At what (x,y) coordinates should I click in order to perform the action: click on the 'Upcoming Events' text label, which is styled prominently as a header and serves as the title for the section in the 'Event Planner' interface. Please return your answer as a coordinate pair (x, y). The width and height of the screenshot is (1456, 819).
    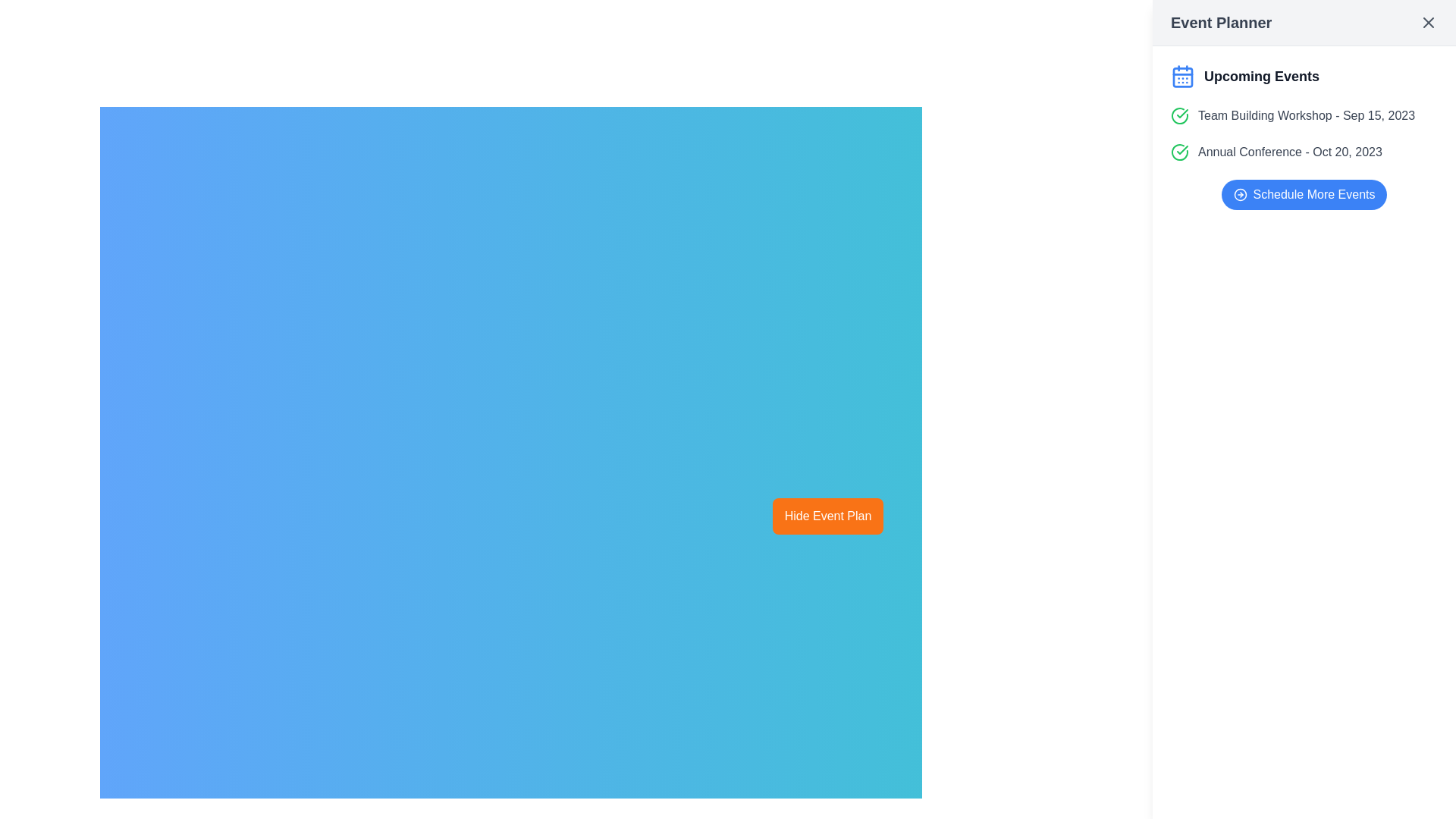
    Looking at the image, I should click on (1303, 76).